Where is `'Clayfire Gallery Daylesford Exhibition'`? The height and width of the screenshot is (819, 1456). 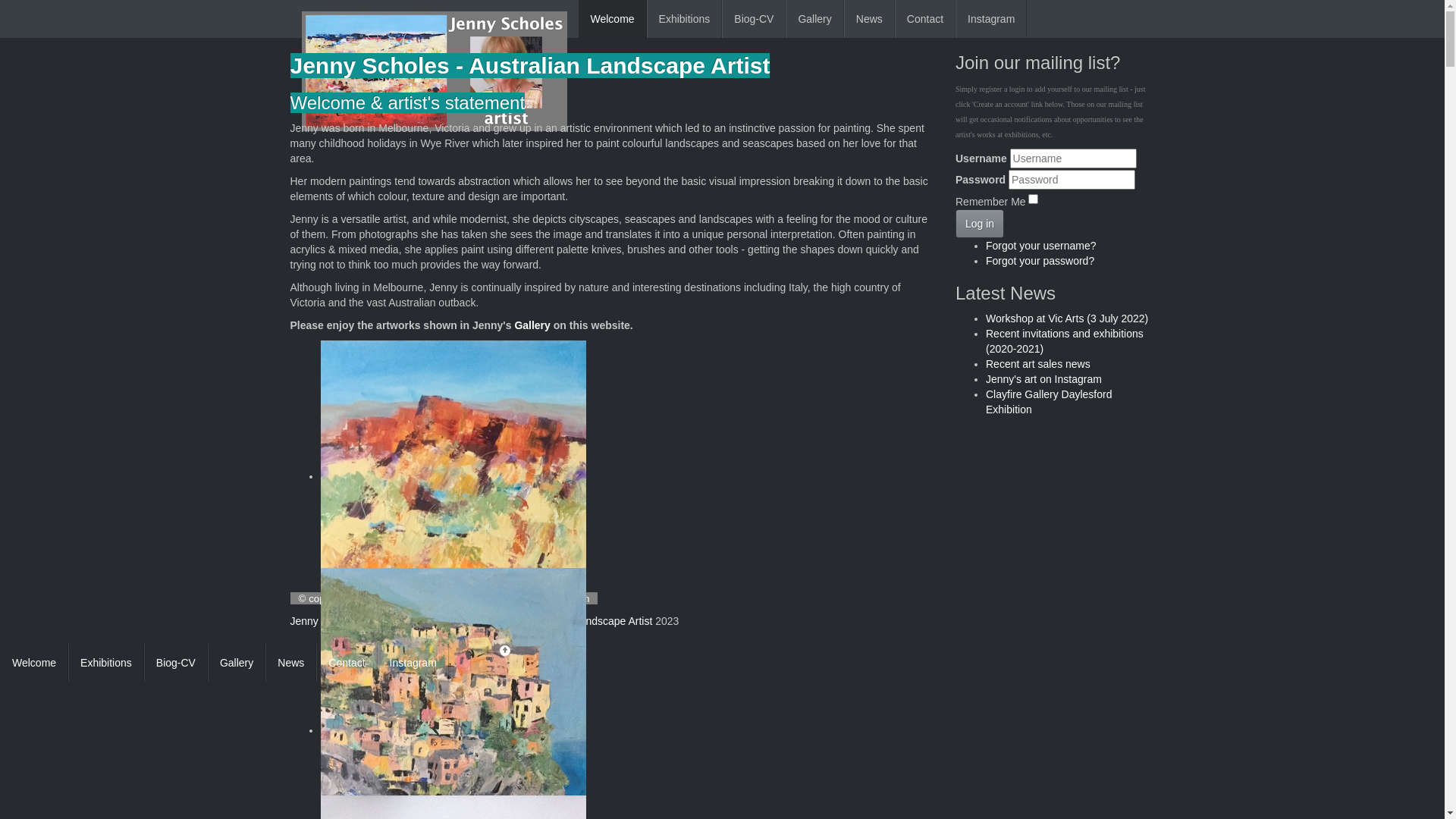 'Clayfire Gallery Daylesford Exhibition' is located at coordinates (986, 400).